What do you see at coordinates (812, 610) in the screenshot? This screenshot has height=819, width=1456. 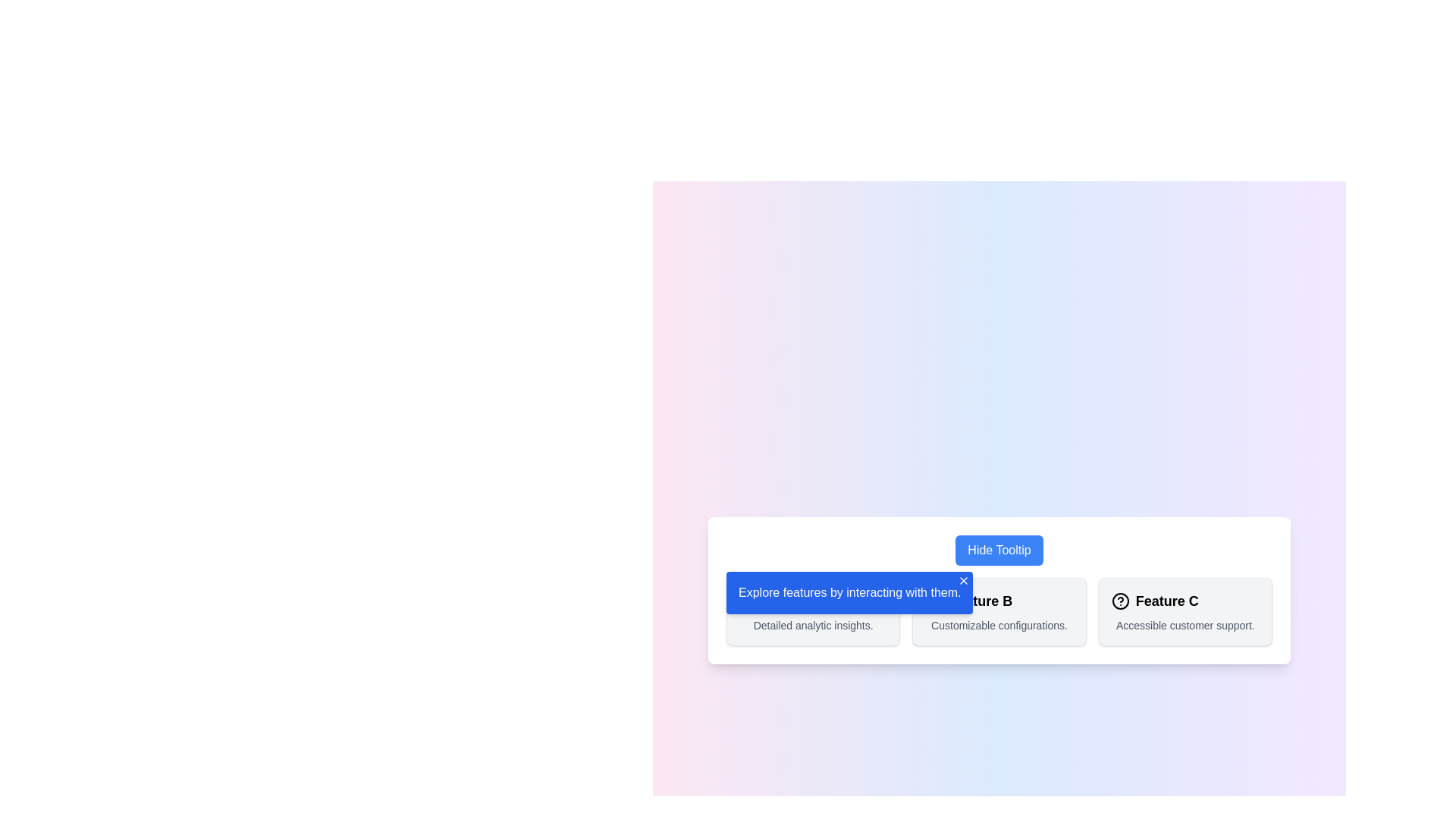 I see `the Card element containing a title and feature description, located in the leftmost column beneath the tooltip 'Explore features by interacting with them.'` at bounding box center [812, 610].